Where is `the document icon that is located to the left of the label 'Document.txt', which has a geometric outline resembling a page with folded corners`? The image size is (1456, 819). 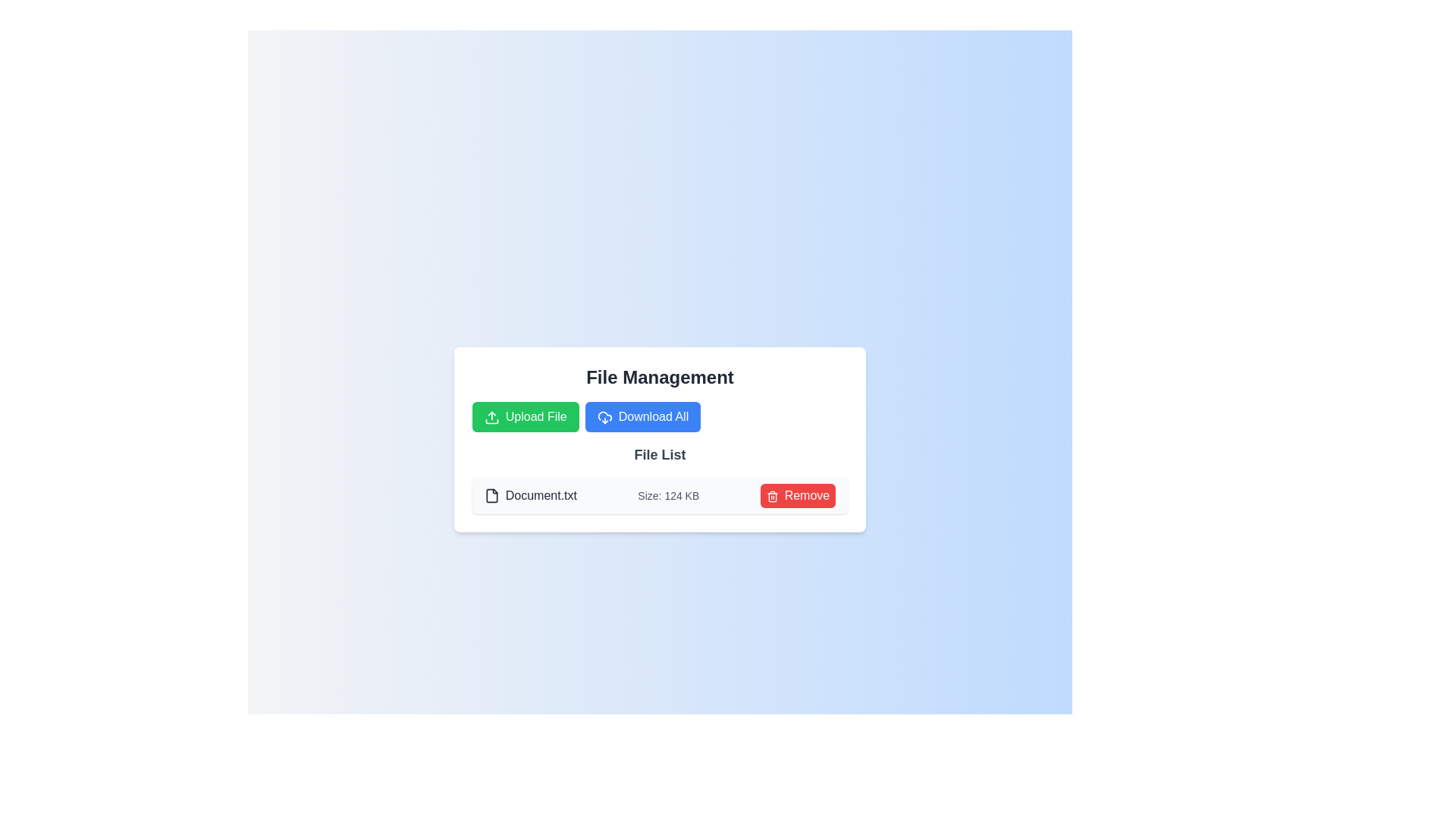 the document icon that is located to the left of the label 'Document.txt', which has a geometric outline resembling a page with folded corners is located at coordinates (491, 496).